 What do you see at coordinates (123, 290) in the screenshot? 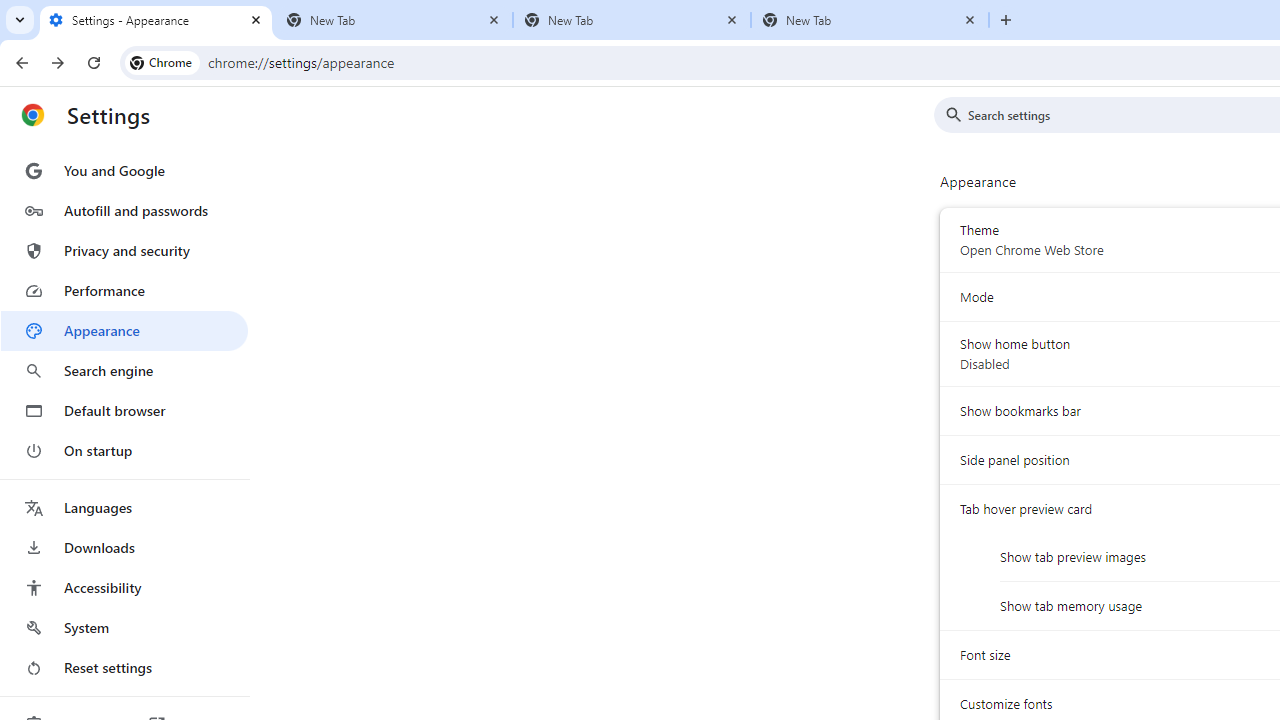
I see `'Performance'` at bounding box center [123, 290].